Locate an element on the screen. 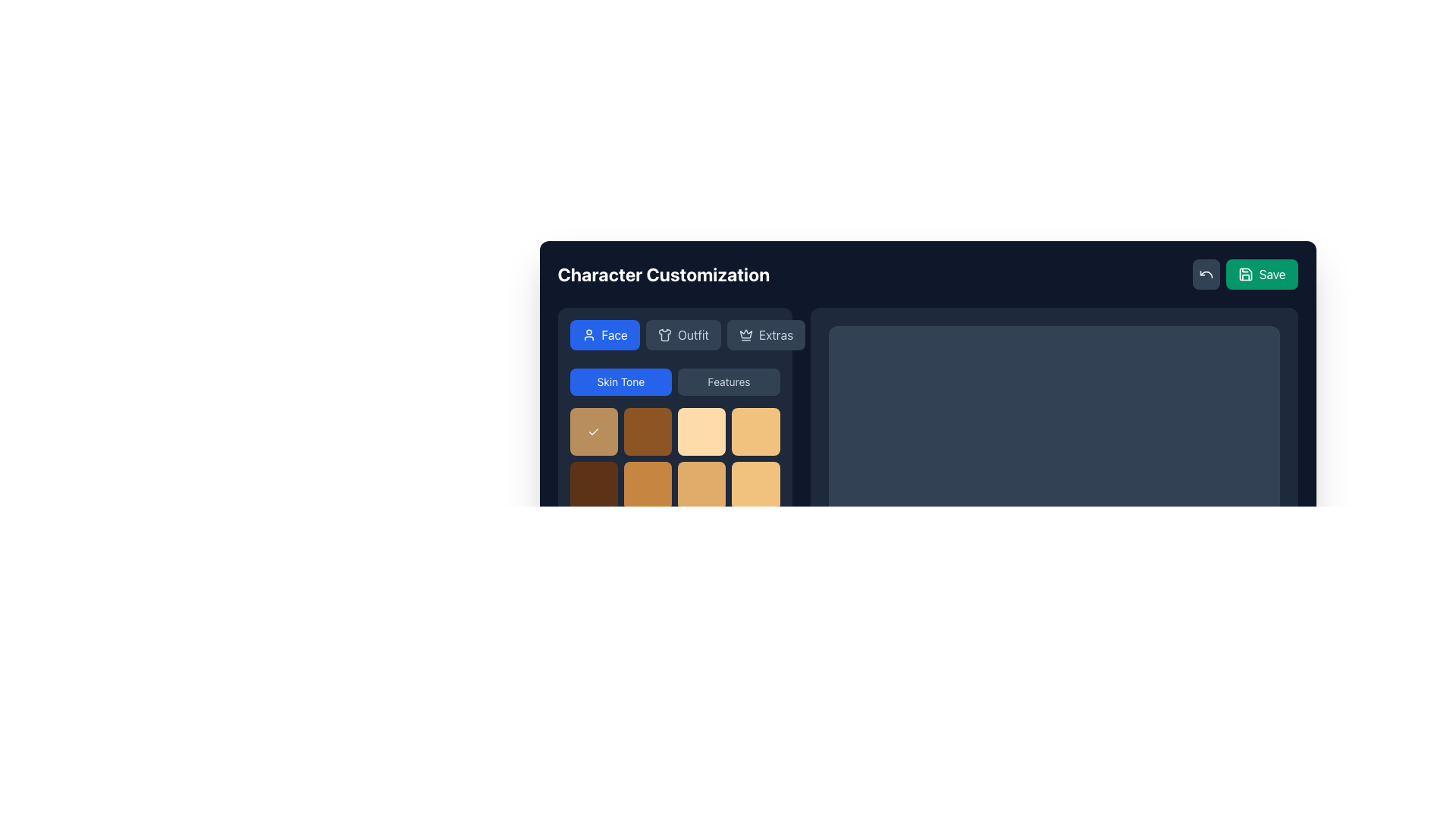 The width and height of the screenshot is (1456, 819). the 'Features' button located to the right of the 'Skin Tone' button under the 'Character Customization' heading is located at coordinates (729, 381).